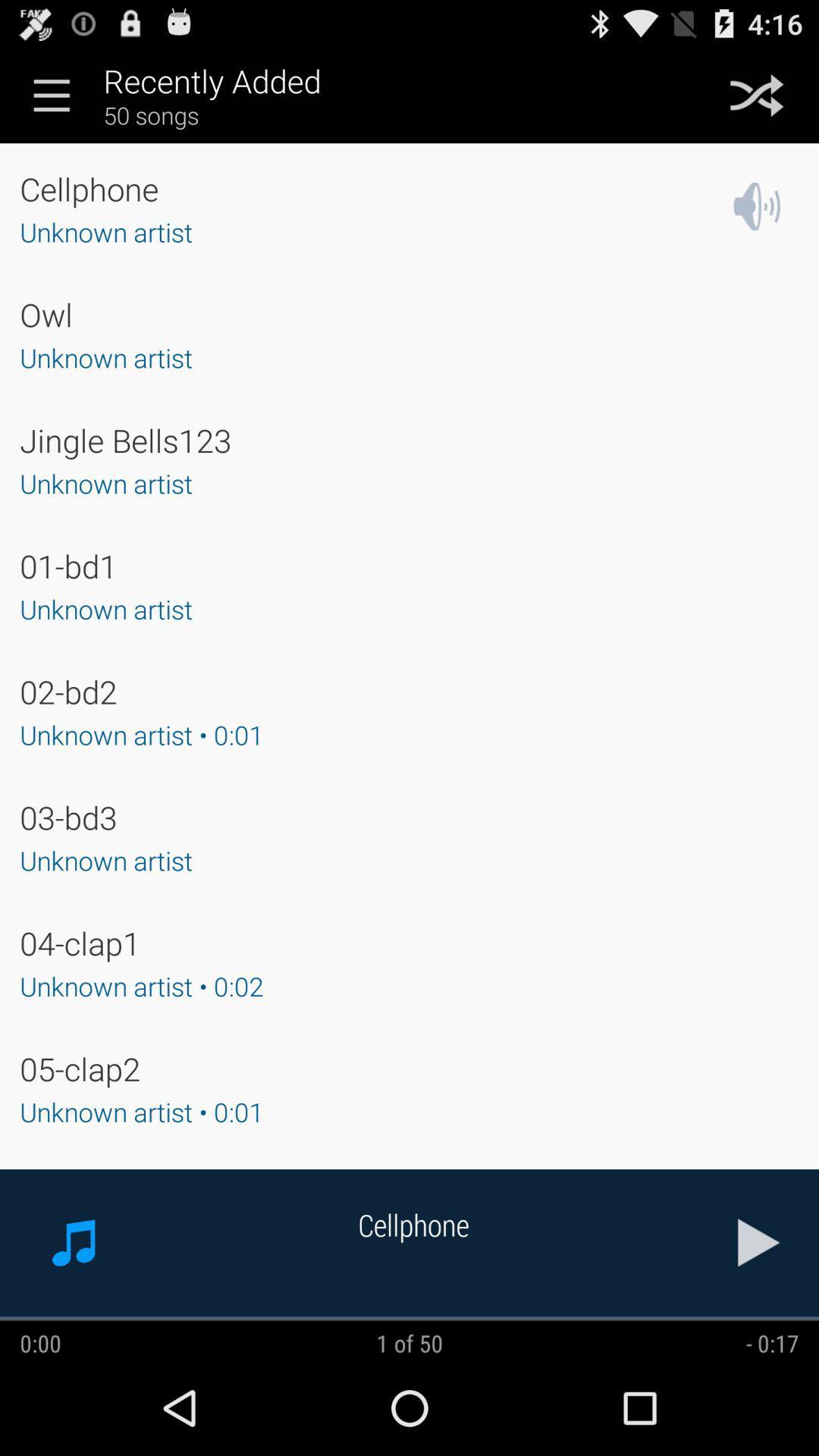  What do you see at coordinates (68, 691) in the screenshot?
I see `app below the unknown artist` at bounding box center [68, 691].